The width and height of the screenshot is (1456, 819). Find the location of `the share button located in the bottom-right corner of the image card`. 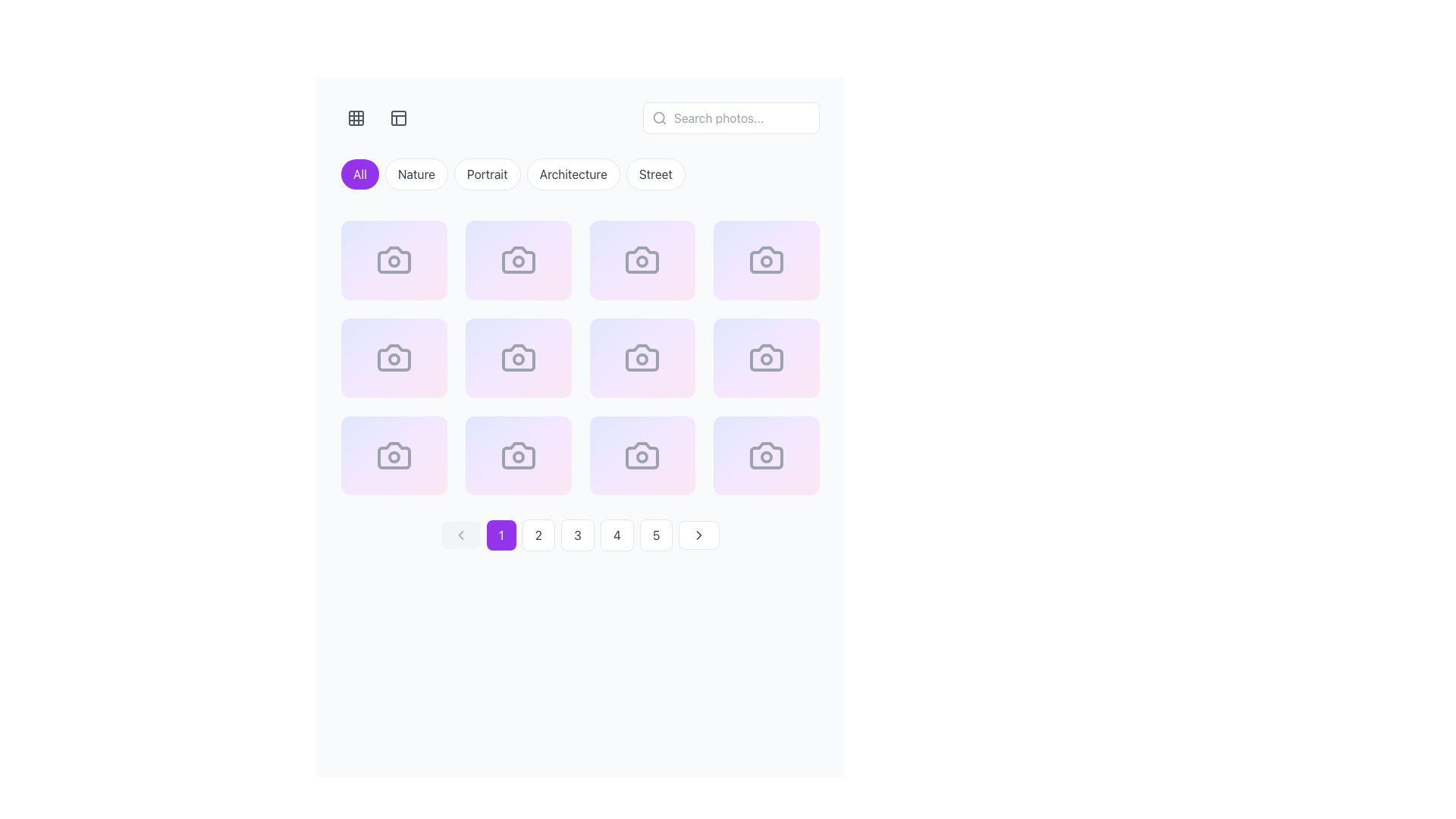

the share button located in the bottom-right corner of the image card is located at coordinates (773, 469).